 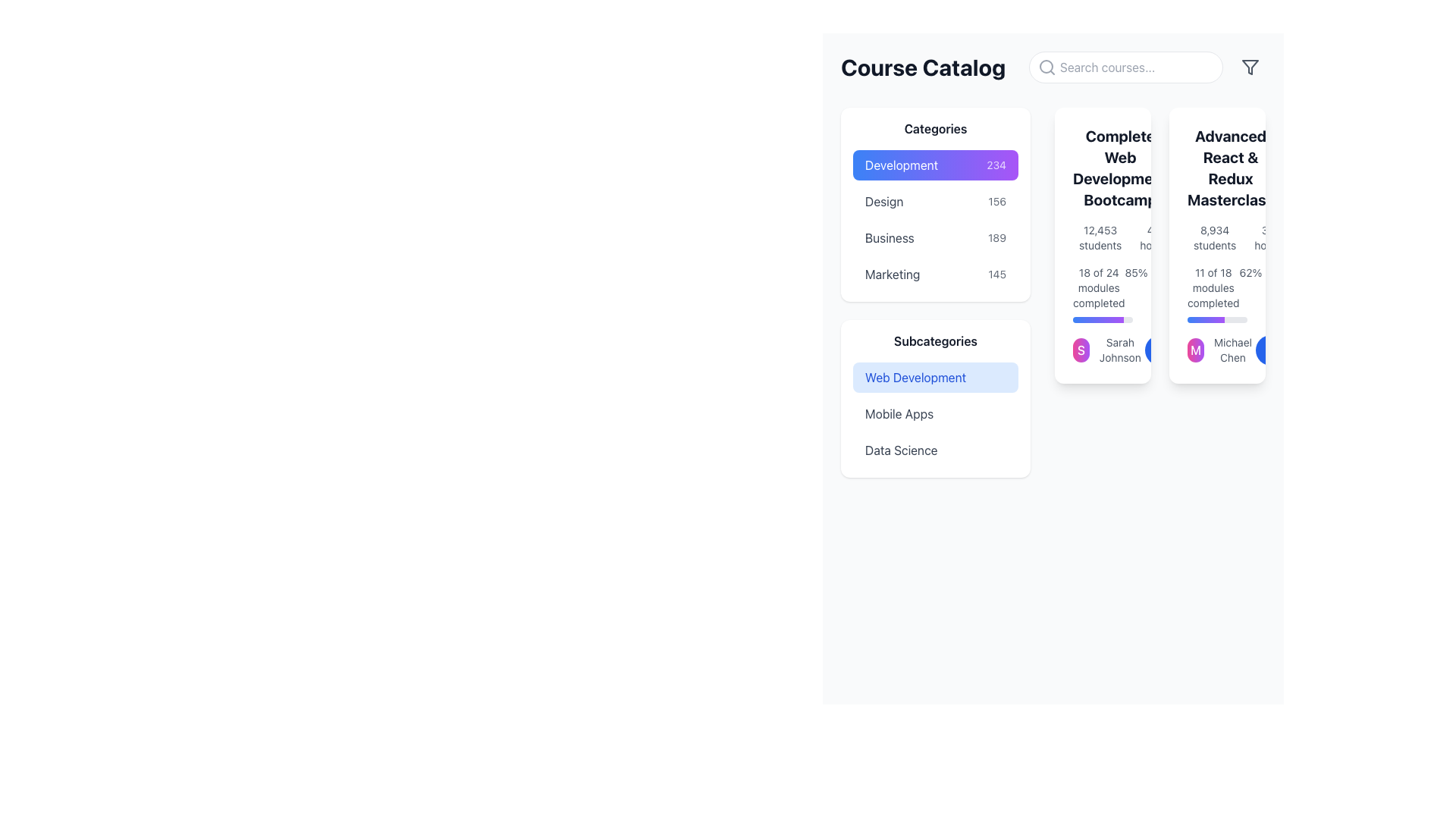 What do you see at coordinates (1217, 294) in the screenshot?
I see `the Information Display Component that shows progress for the 'Advanced React & Redux Masterclass' course` at bounding box center [1217, 294].